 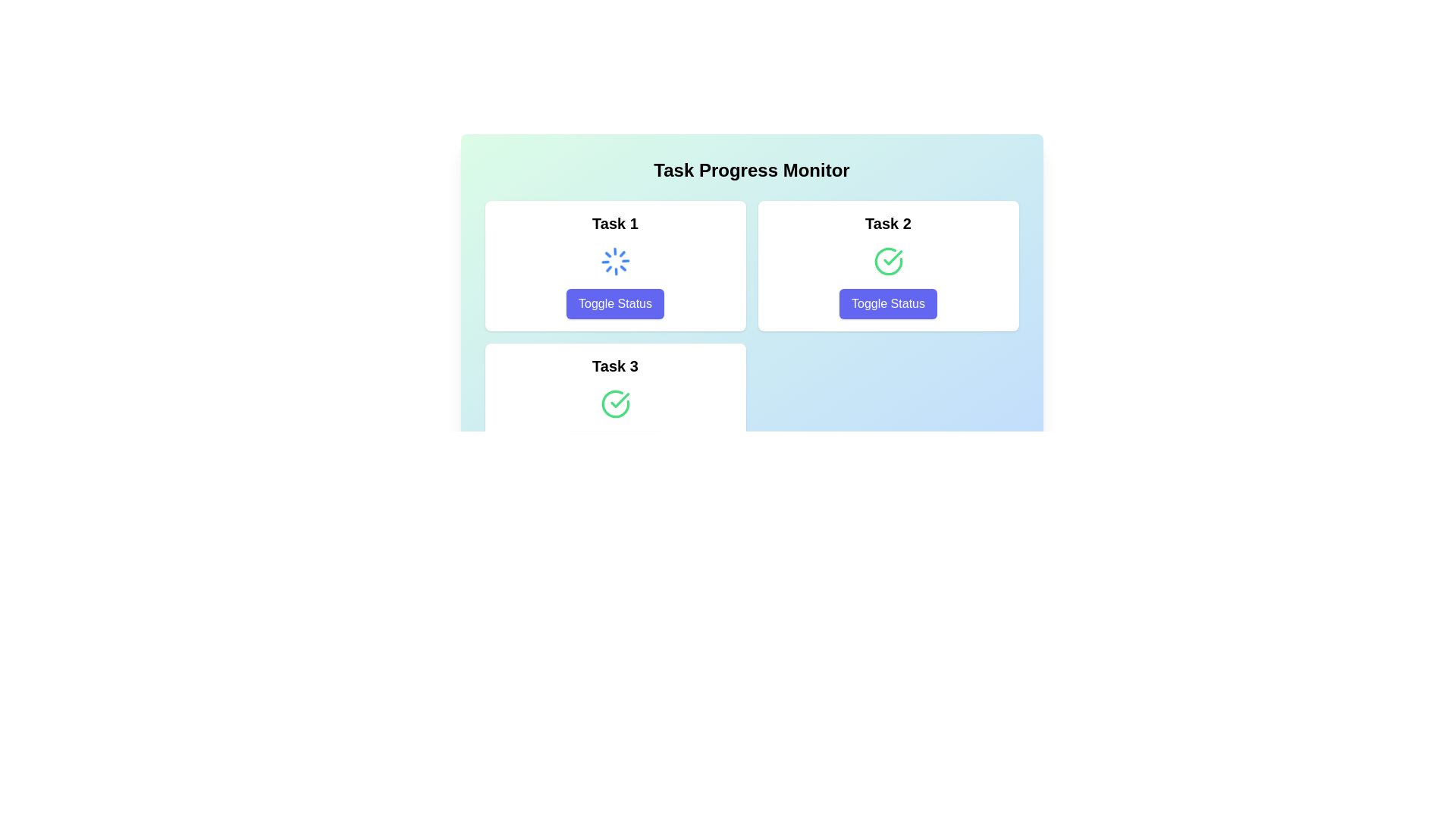 What do you see at coordinates (615, 260) in the screenshot?
I see `the Loading indicator (animated icon) located in the Task 1 card, positioned above the Toggle Status button and below the Task 1 title text` at bounding box center [615, 260].